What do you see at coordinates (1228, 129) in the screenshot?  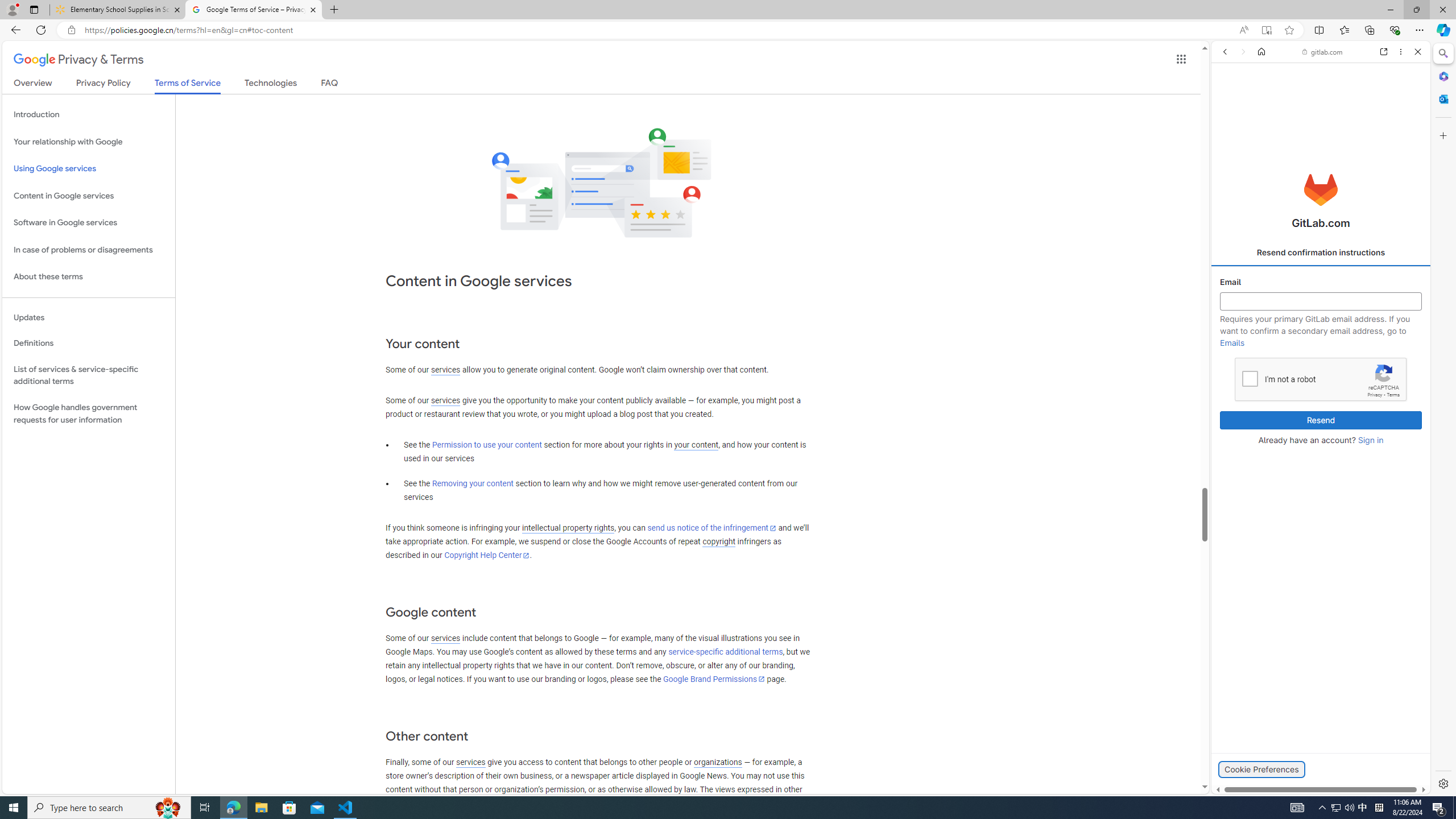 I see `'Search Filter, ALL'` at bounding box center [1228, 129].